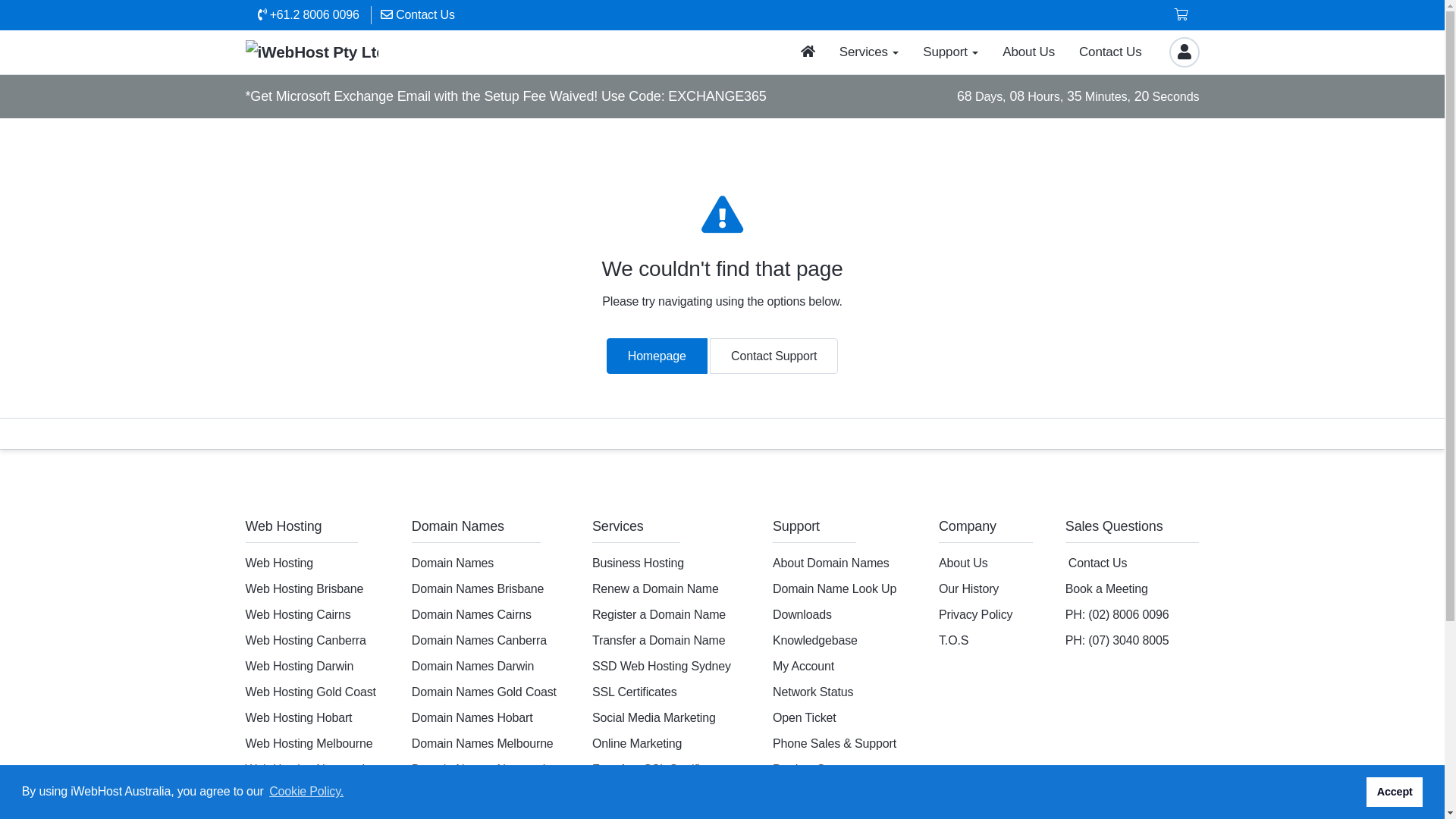 This screenshot has width=1456, height=819. What do you see at coordinates (637, 742) in the screenshot?
I see `'Online Marketing'` at bounding box center [637, 742].